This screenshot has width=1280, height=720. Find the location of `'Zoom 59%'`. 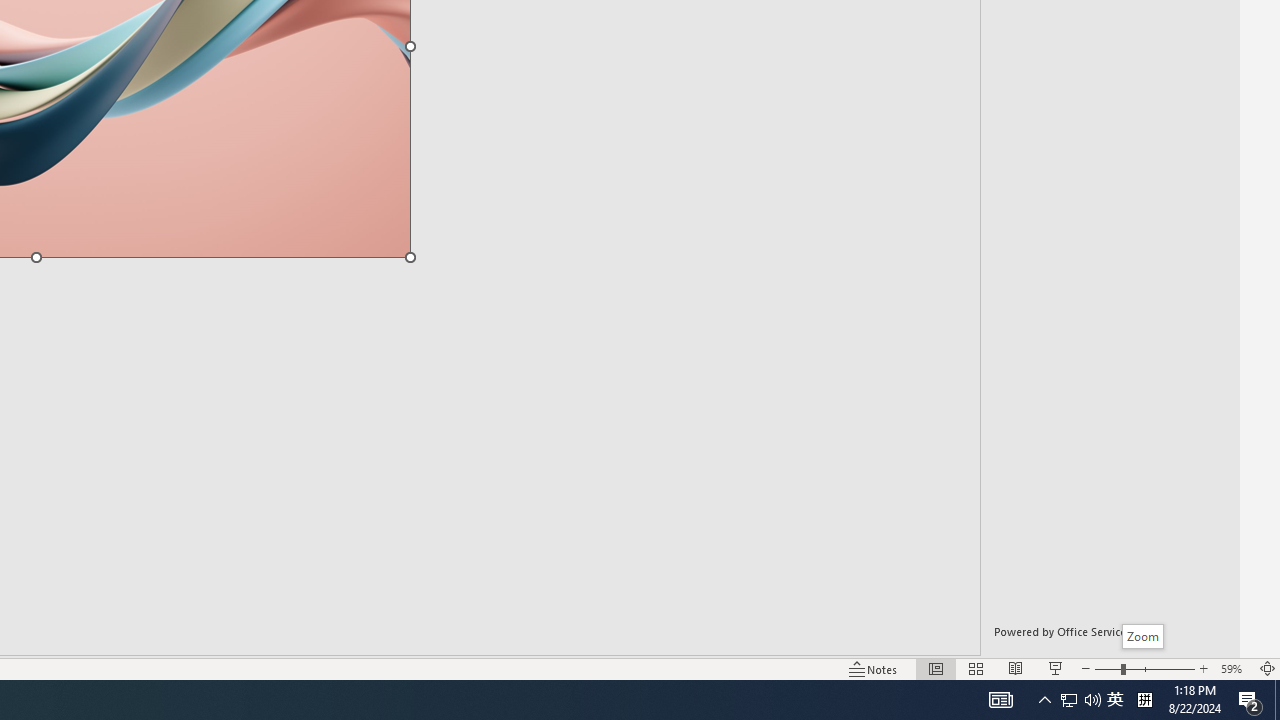

'Zoom 59%' is located at coordinates (1233, 669).